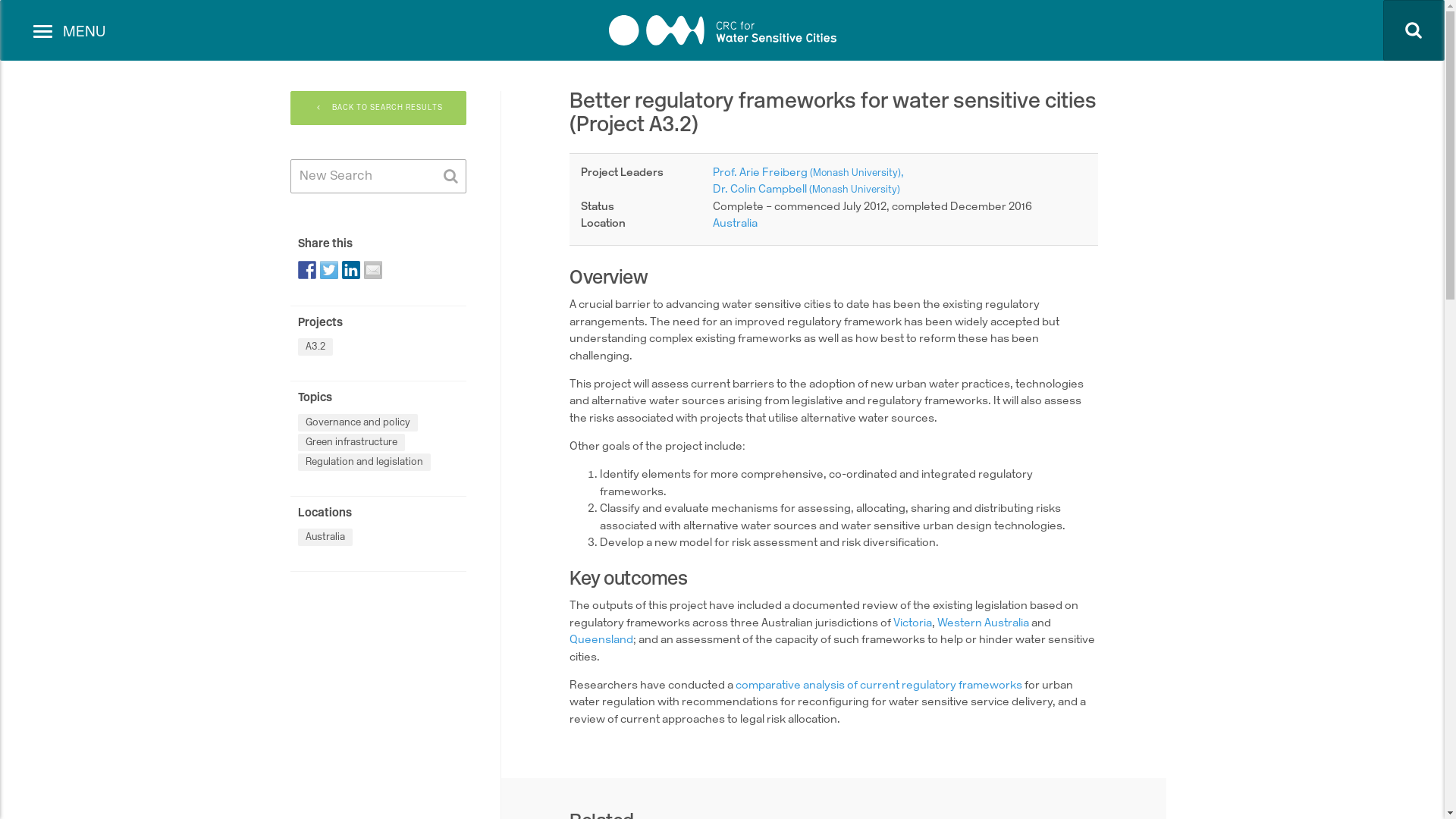  What do you see at coordinates (912, 623) in the screenshot?
I see `'Victoria'` at bounding box center [912, 623].